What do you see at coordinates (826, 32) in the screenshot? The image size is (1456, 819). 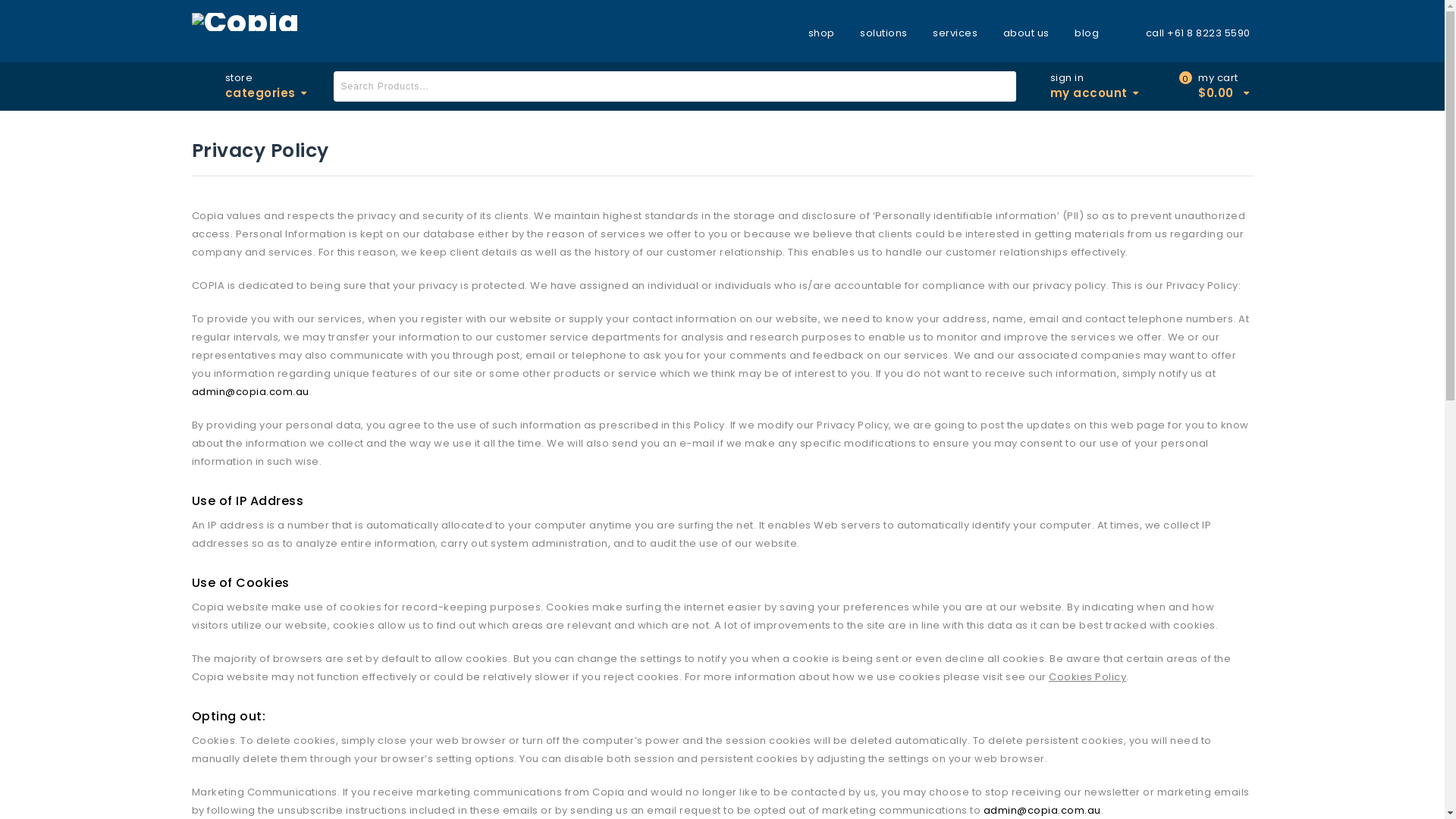 I see `'shop'` at bounding box center [826, 32].